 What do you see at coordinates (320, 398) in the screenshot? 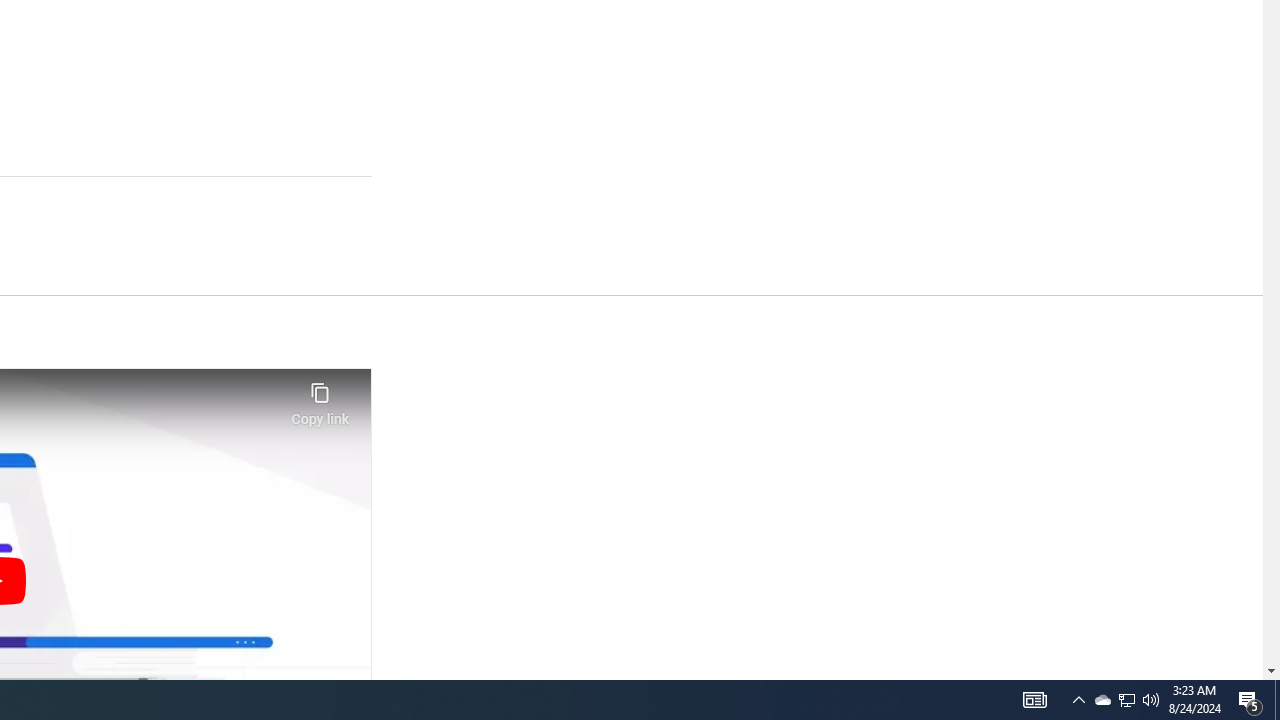
I see `'Copy link'` at bounding box center [320, 398].